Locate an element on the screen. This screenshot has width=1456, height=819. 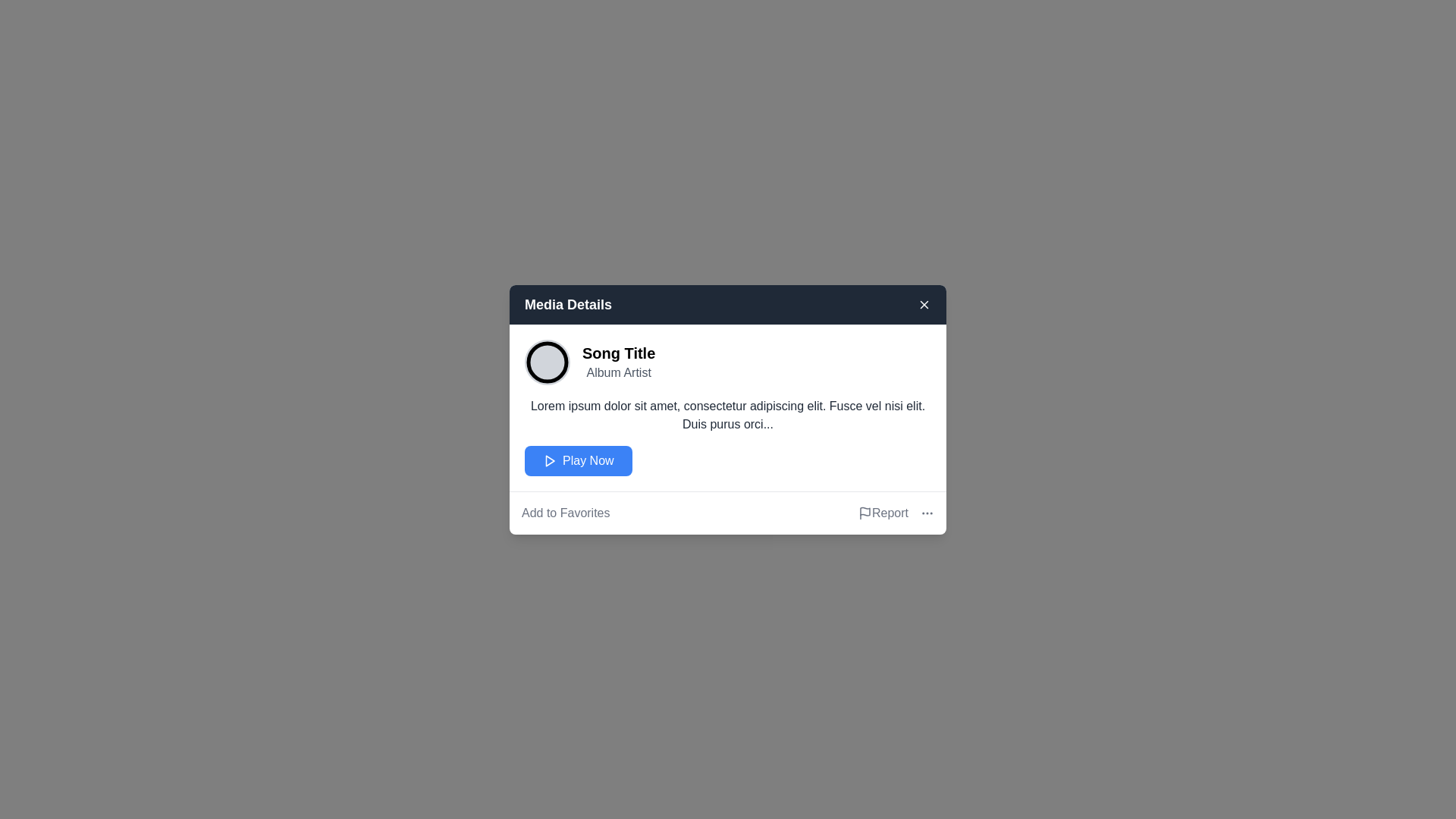
the blue triangular play icon located within the 'Play Now' button to play the media is located at coordinates (549, 460).